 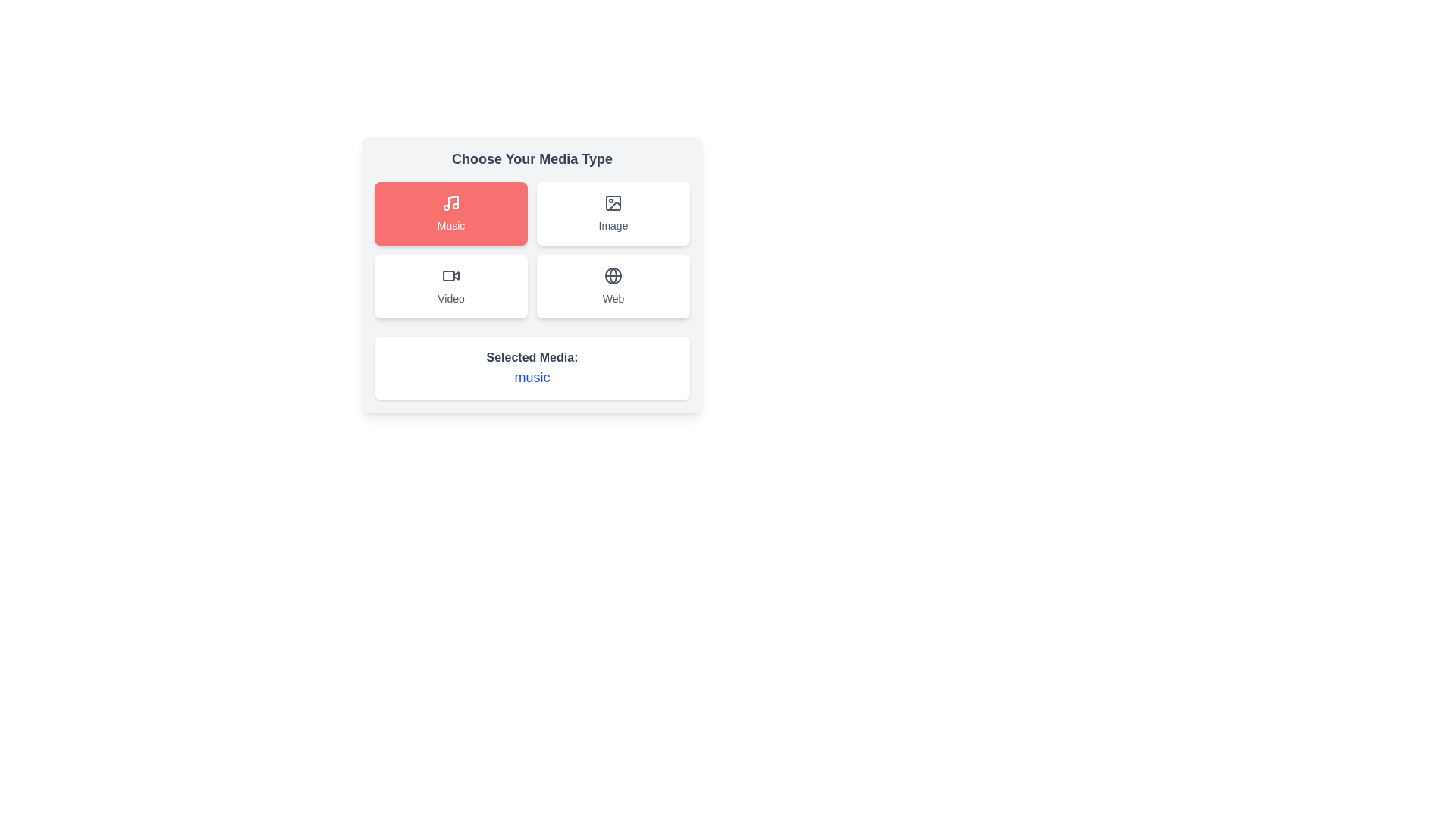 What do you see at coordinates (450, 287) in the screenshot?
I see `the button corresponding to the media type Video` at bounding box center [450, 287].